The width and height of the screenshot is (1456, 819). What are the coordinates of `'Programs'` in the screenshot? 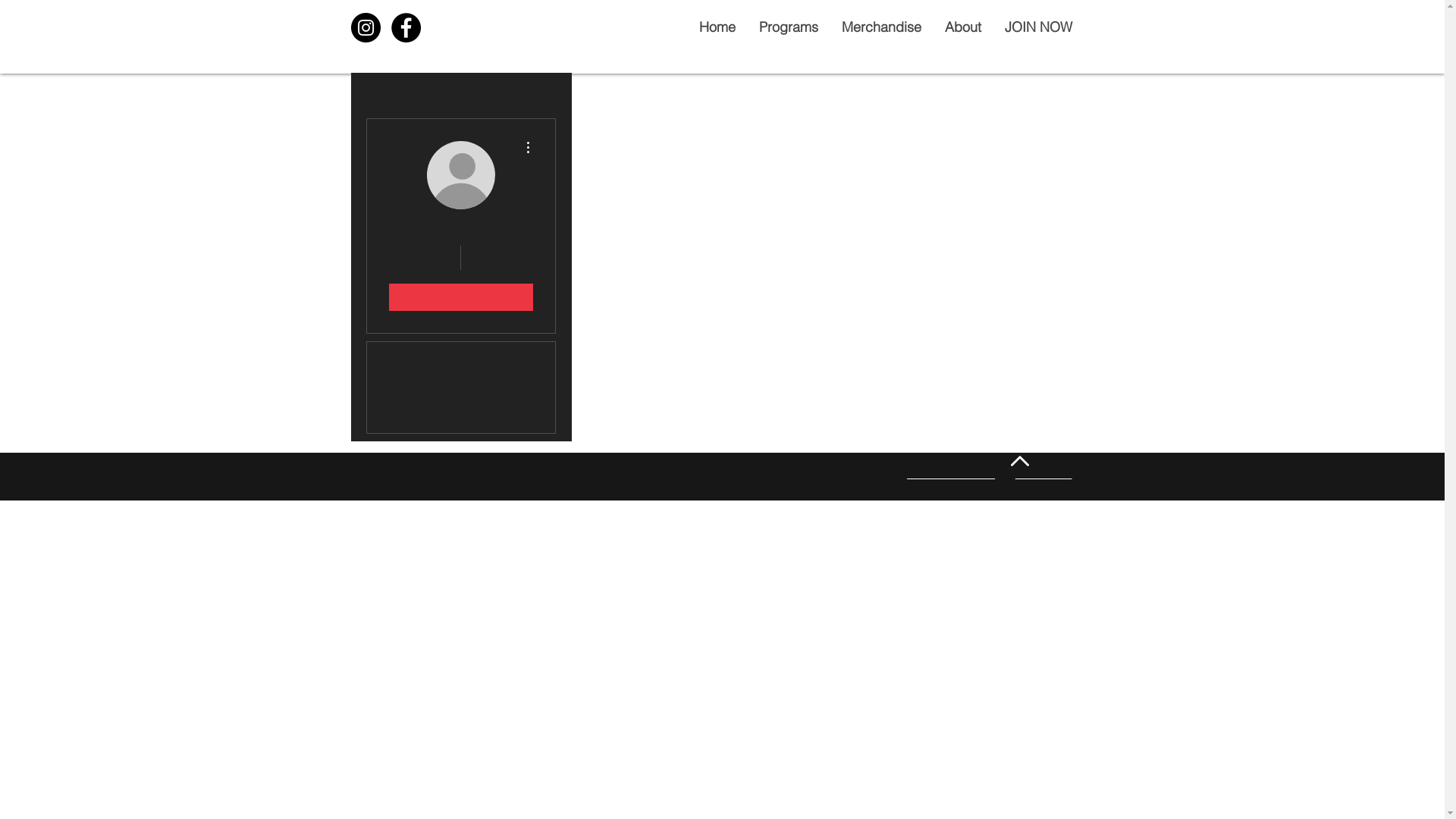 It's located at (787, 27).